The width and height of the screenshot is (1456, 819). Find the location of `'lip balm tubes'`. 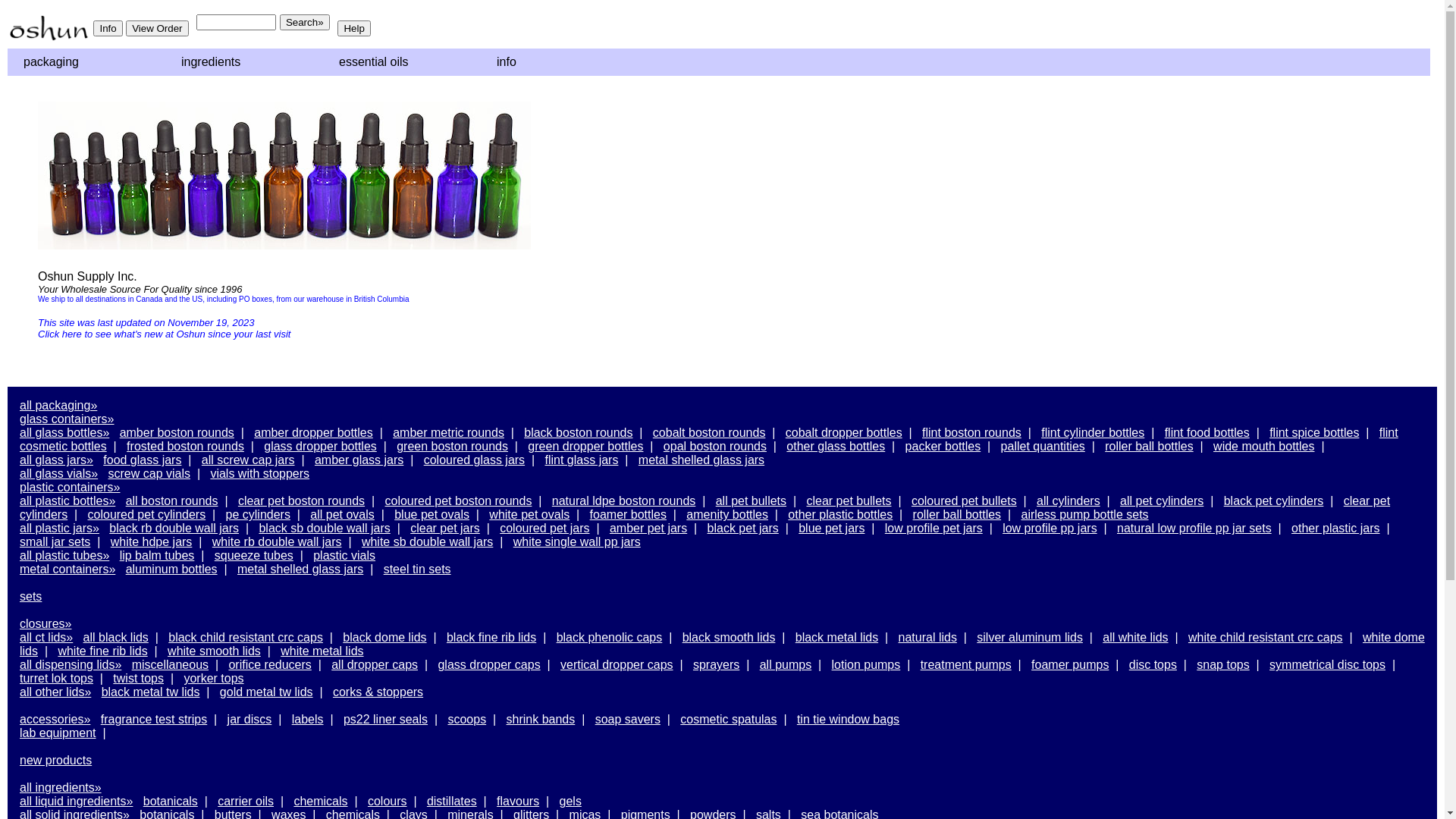

'lip balm tubes' is located at coordinates (119, 555).